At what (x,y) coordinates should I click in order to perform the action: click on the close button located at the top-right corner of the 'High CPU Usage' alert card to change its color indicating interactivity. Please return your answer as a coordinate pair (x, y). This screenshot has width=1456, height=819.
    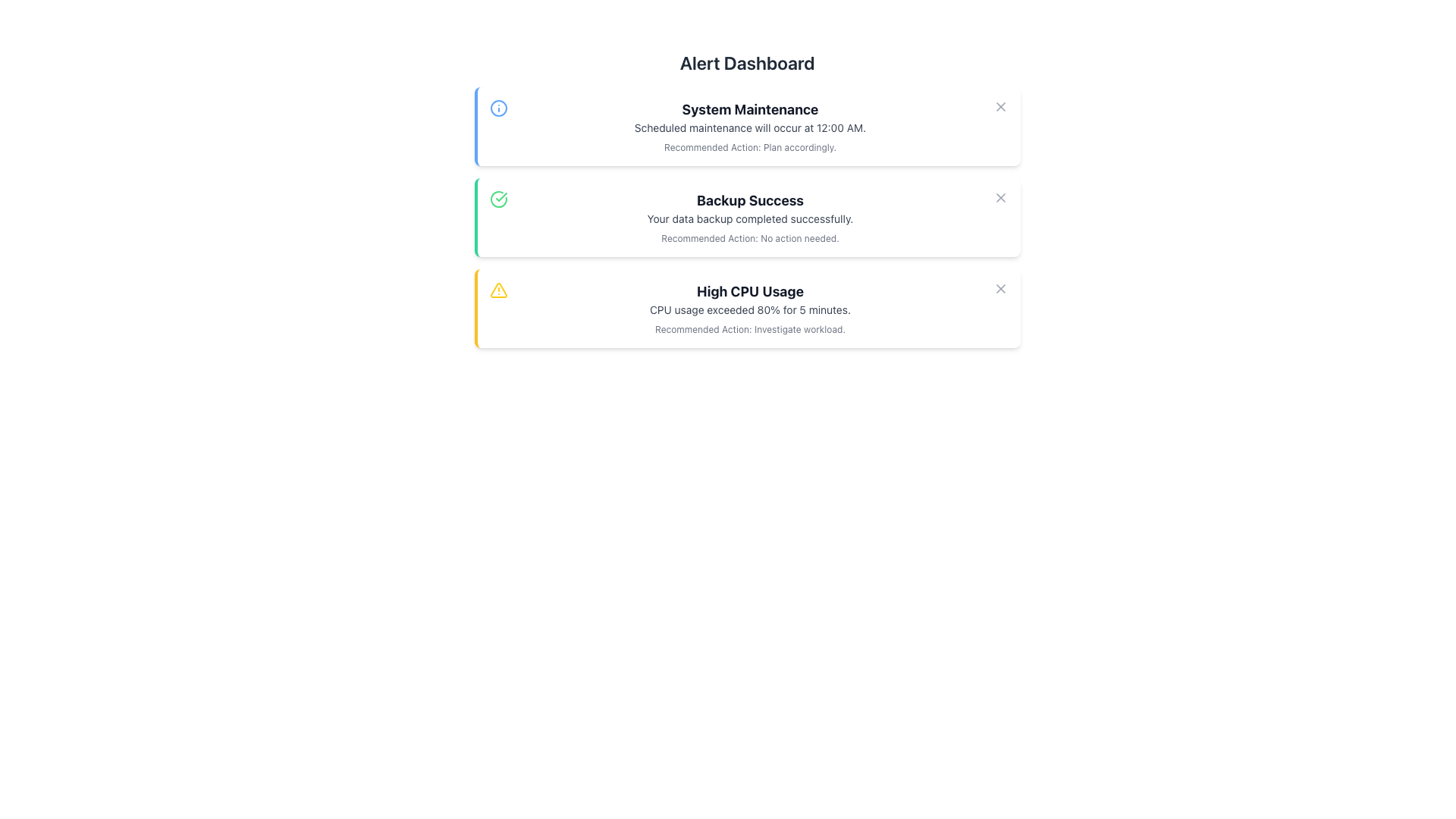
    Looking at the image, I should click on (1000, 289).